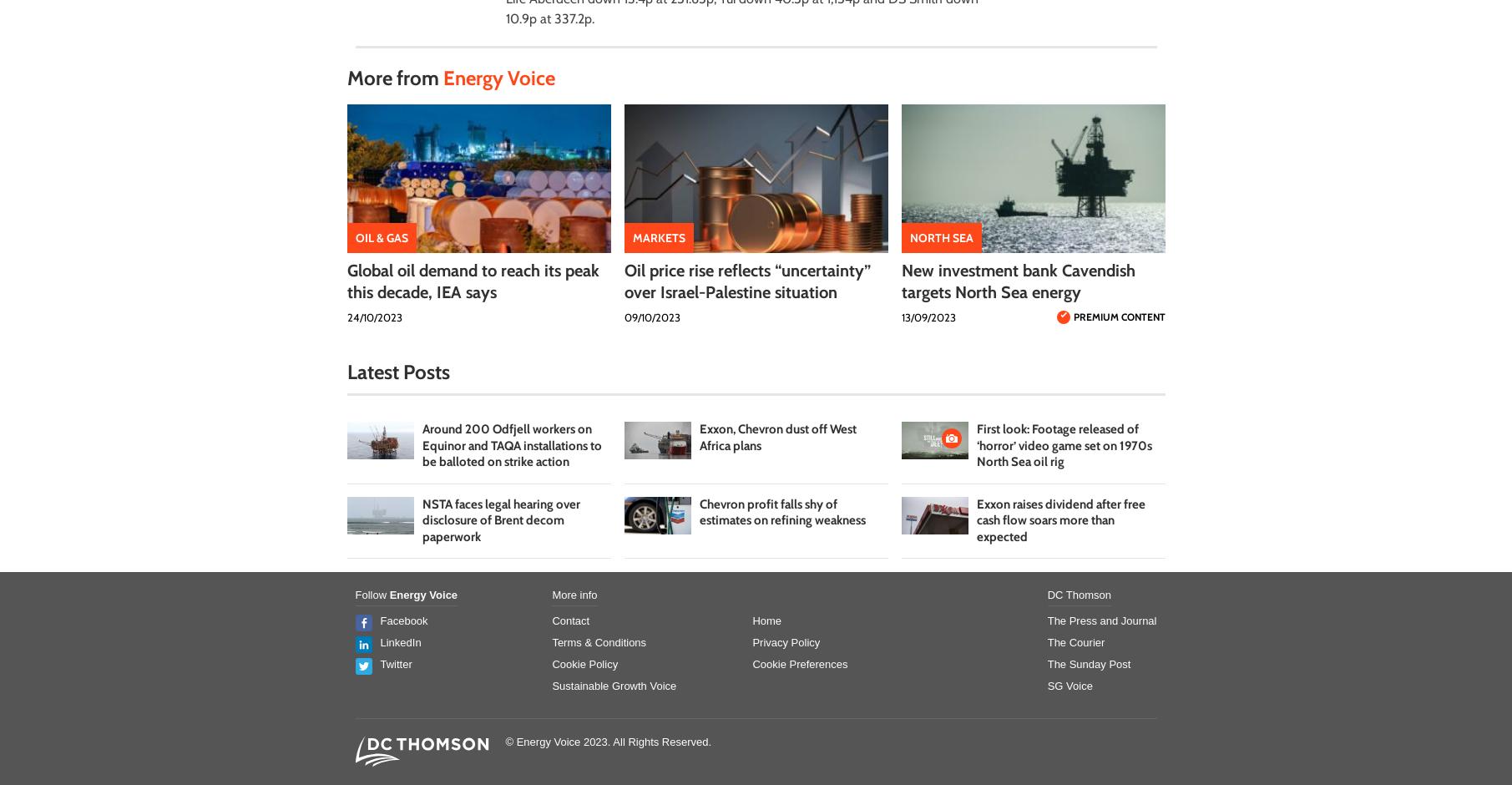 The height and width of the screenshot is (785, 1512). Describe the element at coordinates (613, 686) in the screenshot. I see `'Sustainable Growth Voice'` at that location.